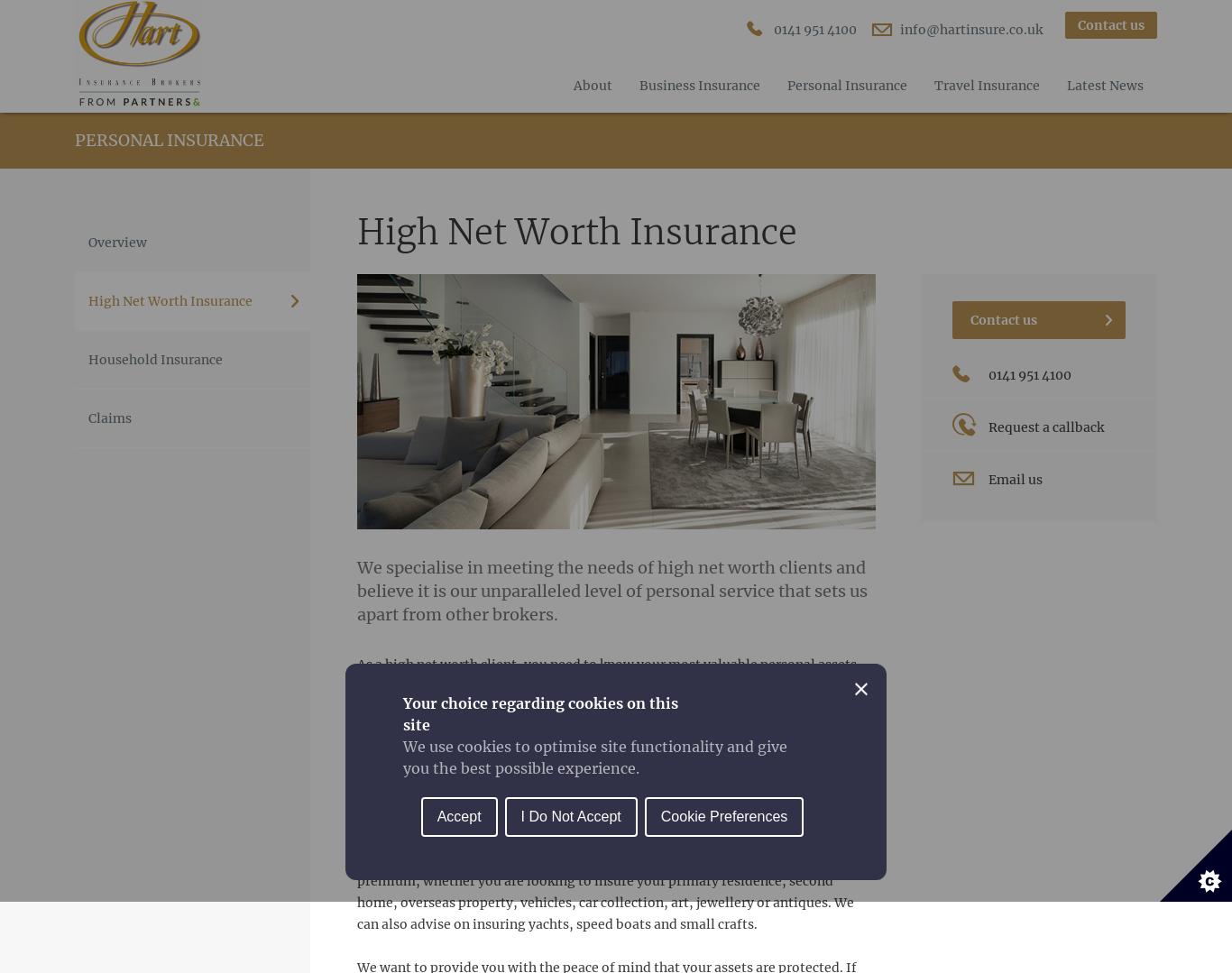 This screenshot has height=973, width=1232. I want to click on 'With many years’ experience arranging insurance for high net worth individuals, we understand you require something extra from your broker in terms of personal service, exclusivity and attention to detail. We pride ourselves on constantly striving to exceed your expectations.', so click(611, 761).